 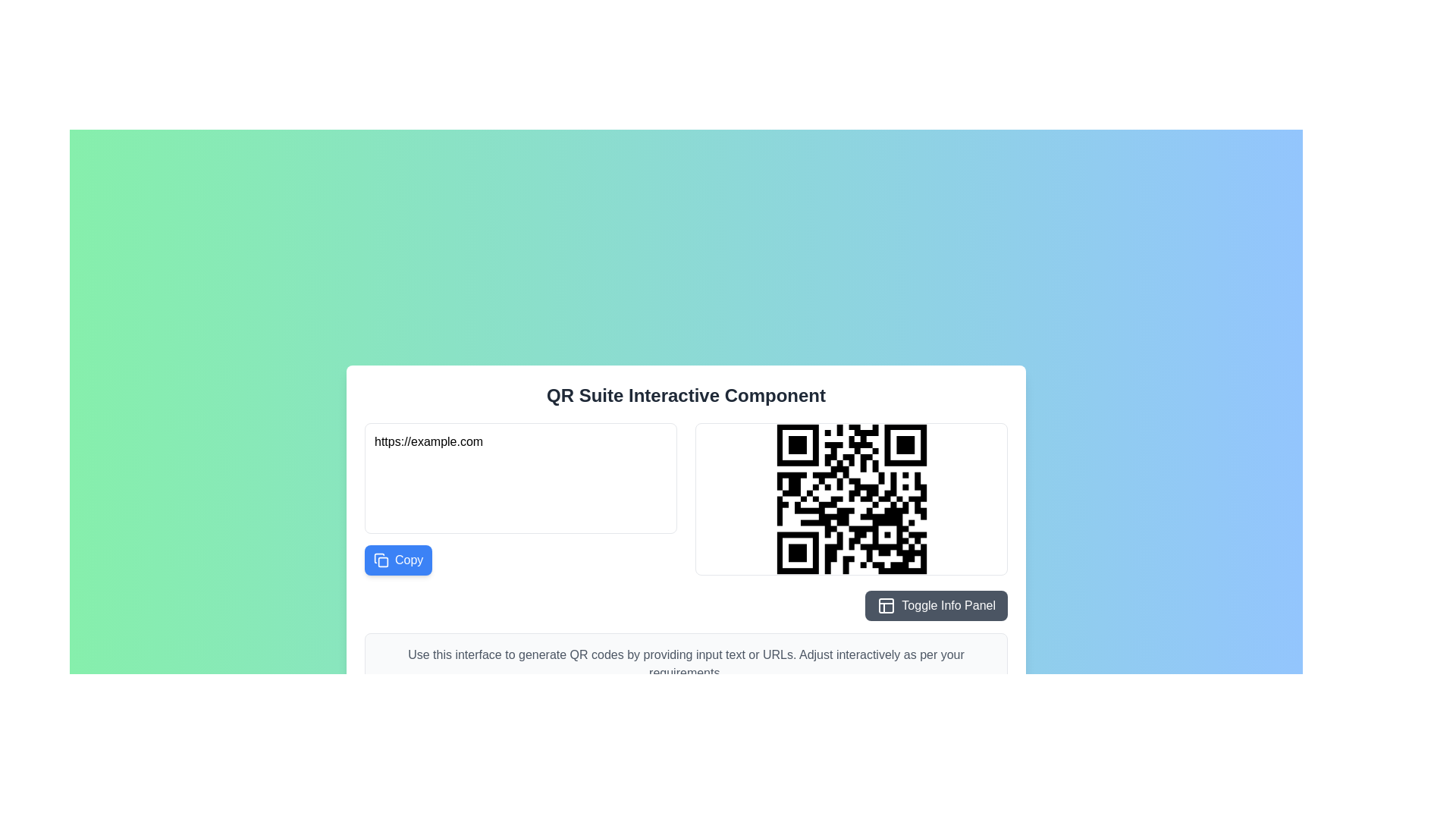 What do you see at coordinates (398, 560) in the screenshot?
I see `the blue rectangular 'Copy' button located below the URL input field at https://example.com to copy the text` at bounding box center [398, 560].